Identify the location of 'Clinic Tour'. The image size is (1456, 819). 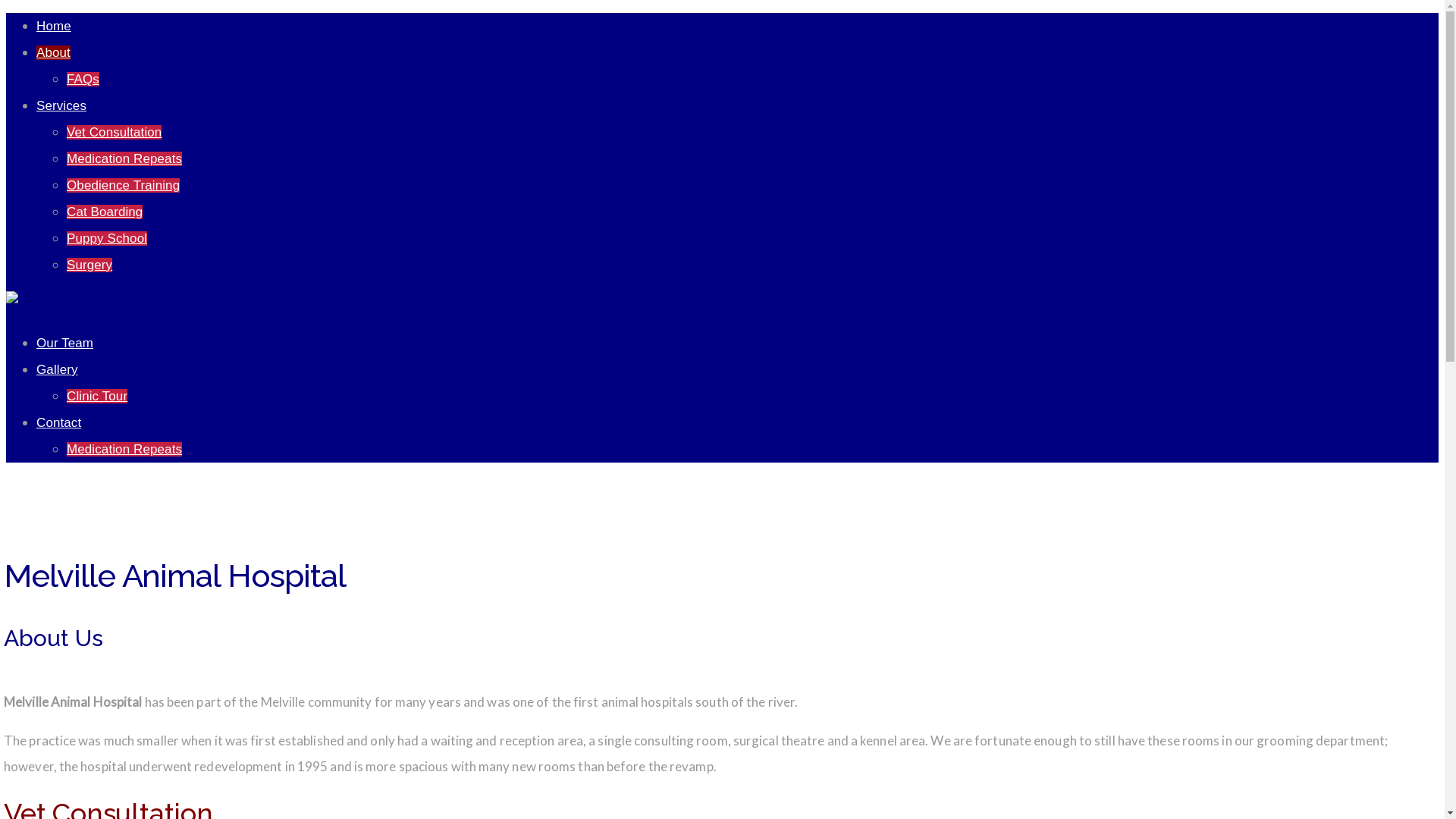
(65, 395).